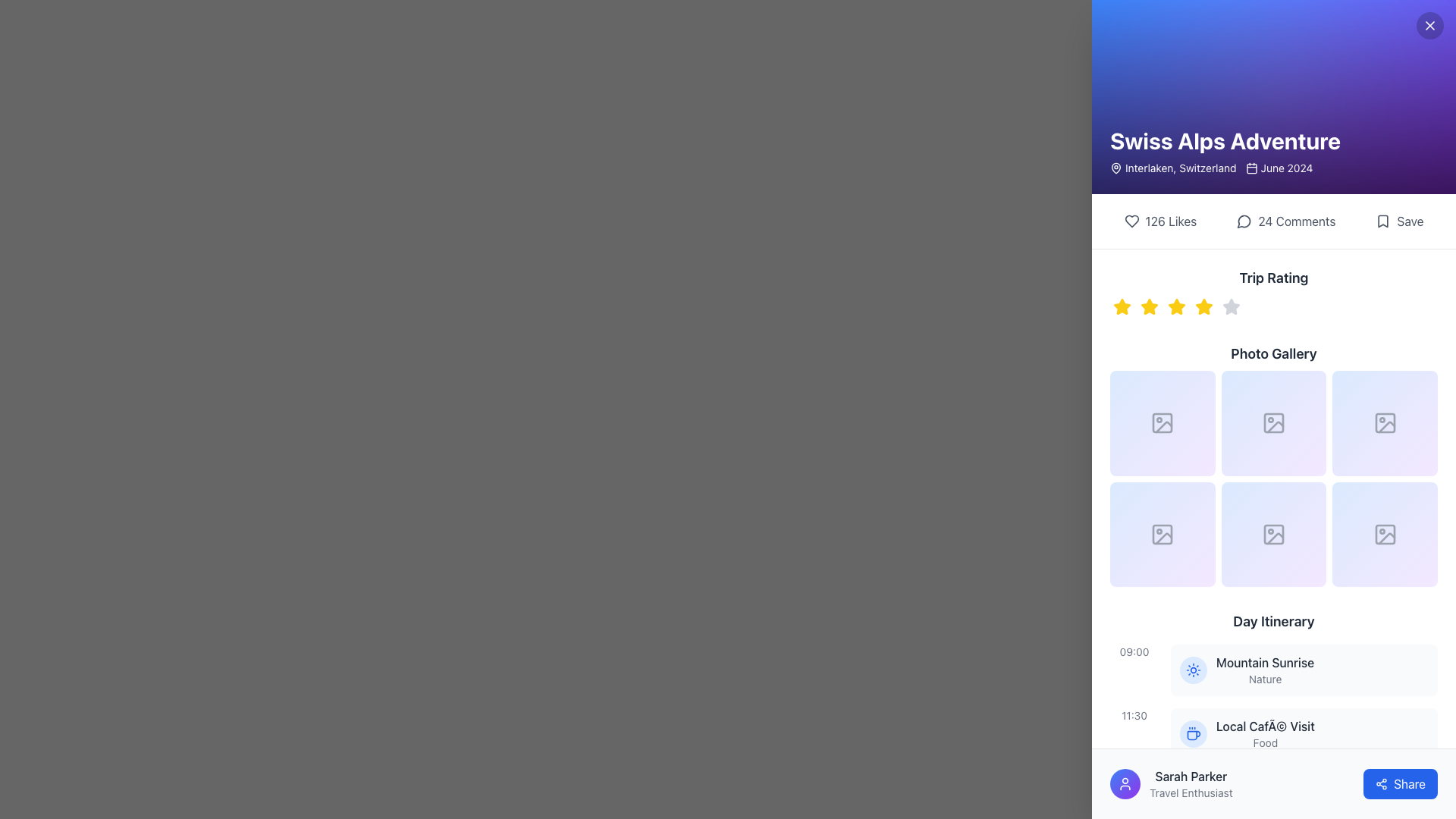 The image size is (1456, 819). I want to click on the sun icon, which is located in the center of a blue circular background, representing brightness adjustment or daylight mode activation, so click(1193, 669).